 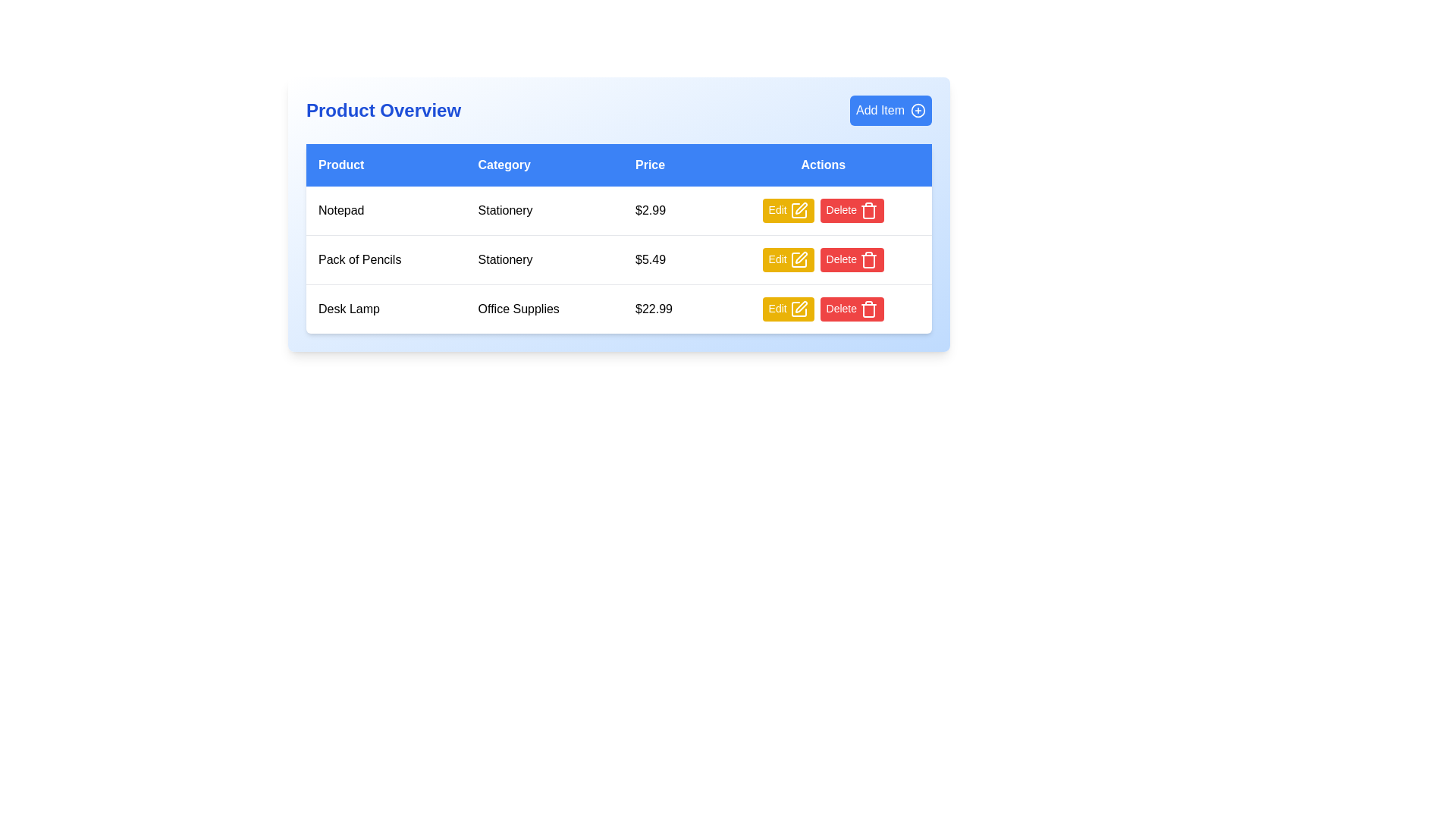 What do you see at coordinates (800, 307) in the screenshot?
I see `the small yellow pen icon in the 'Actions' column of the data table corresponding to the 'Desk Lamp' item to initiate the edit function` at bounding box center [800, 307].